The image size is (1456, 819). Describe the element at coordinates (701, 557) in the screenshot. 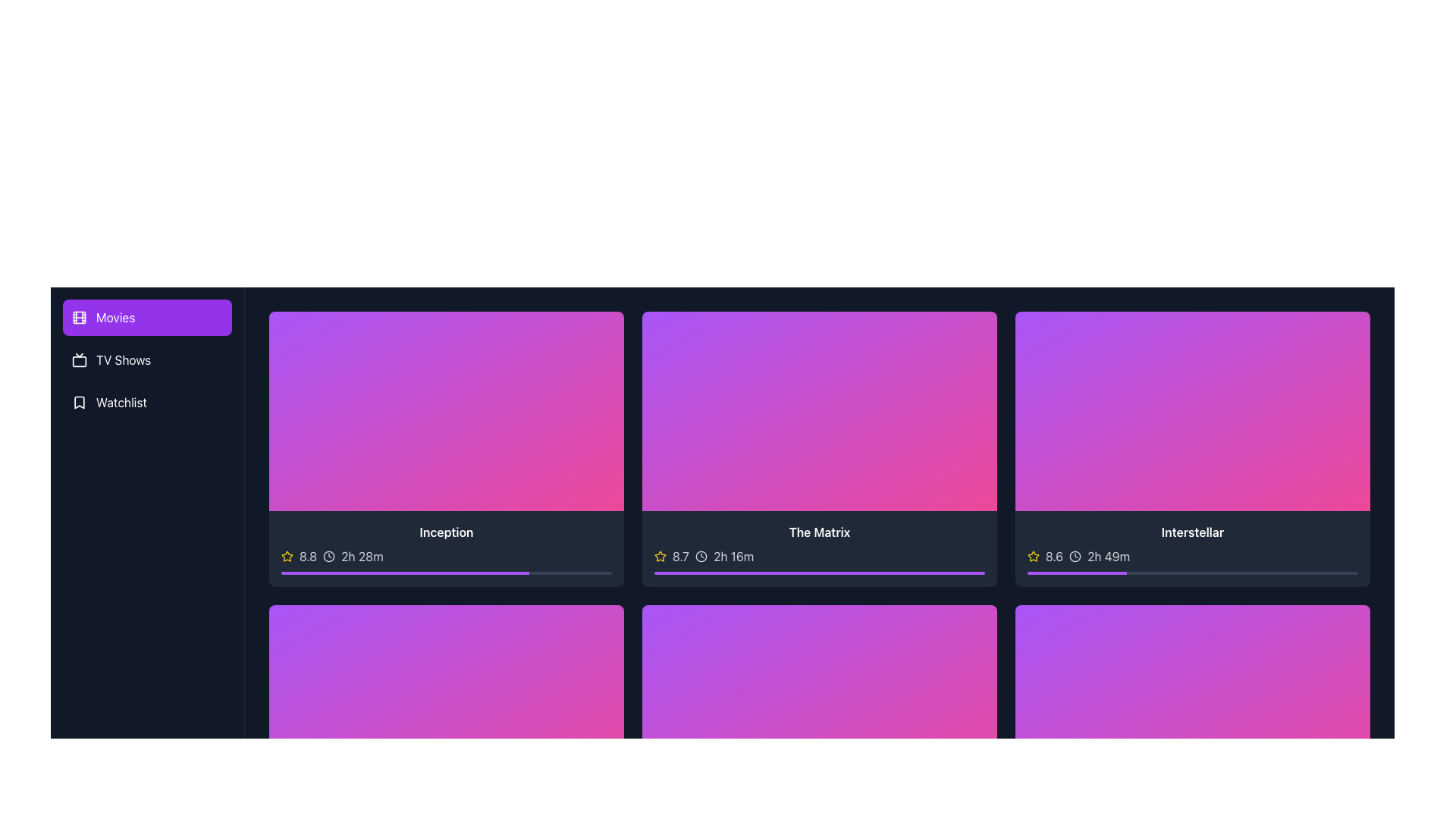

I see `the hollow circular component of the clock icon next to the duration text for 'The Matrix' in the second panel on the top row of the grid` at that location.